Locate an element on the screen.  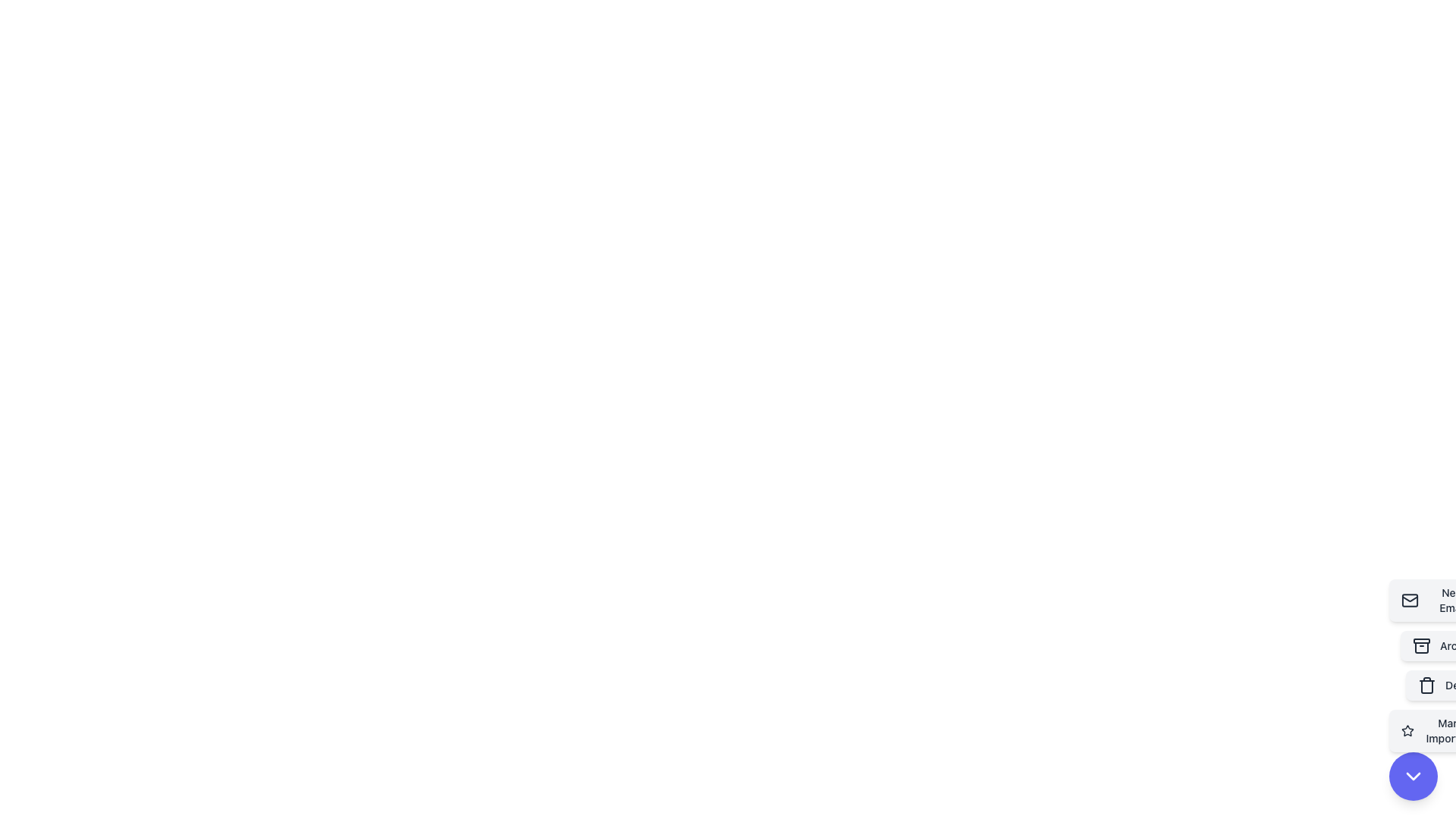
the star-shaped icon outlined in black is located at coordinates (1407, 730).